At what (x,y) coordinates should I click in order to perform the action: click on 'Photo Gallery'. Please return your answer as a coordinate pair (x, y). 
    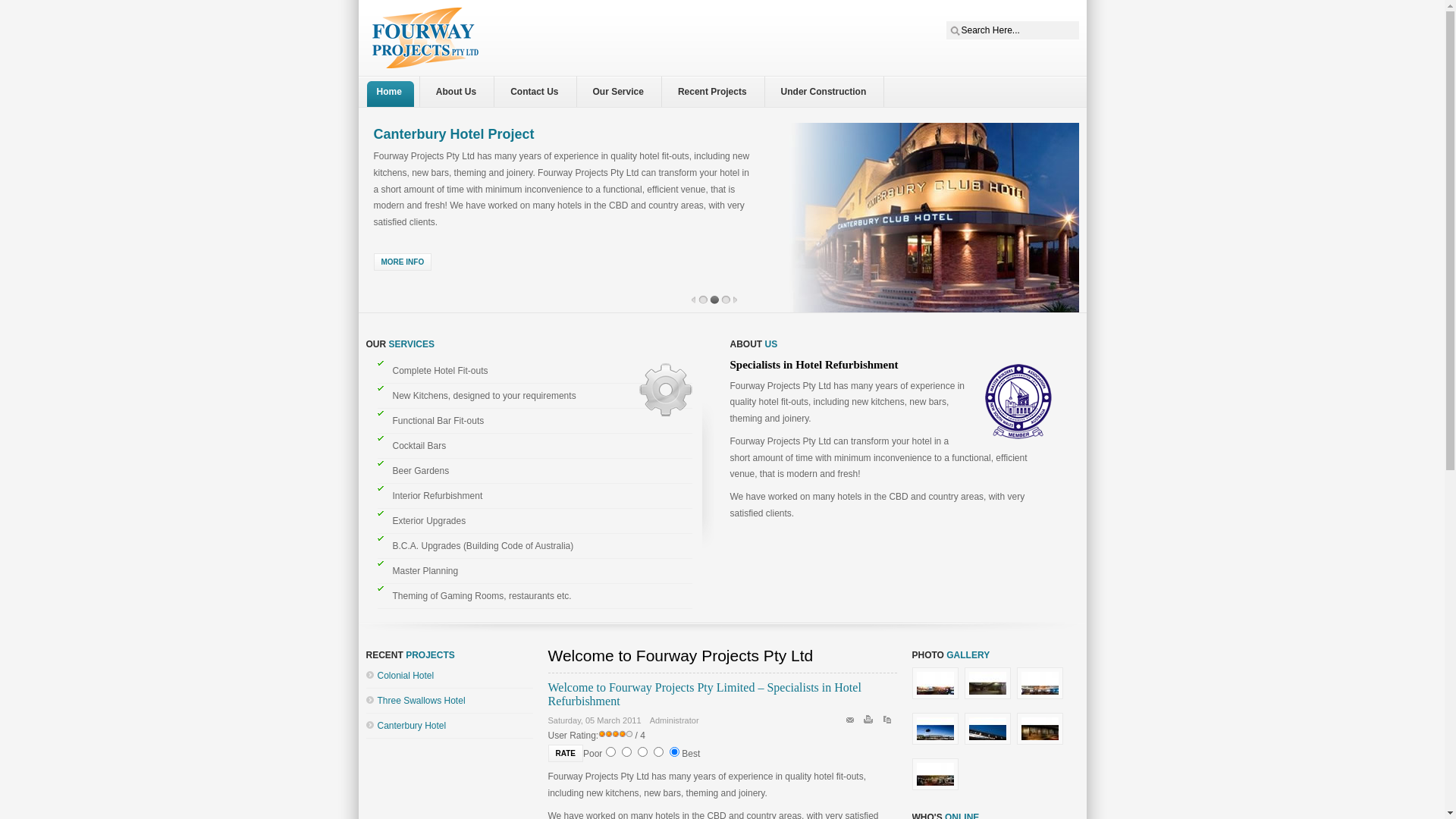
    Looking at the image, I should click on (937, 699).